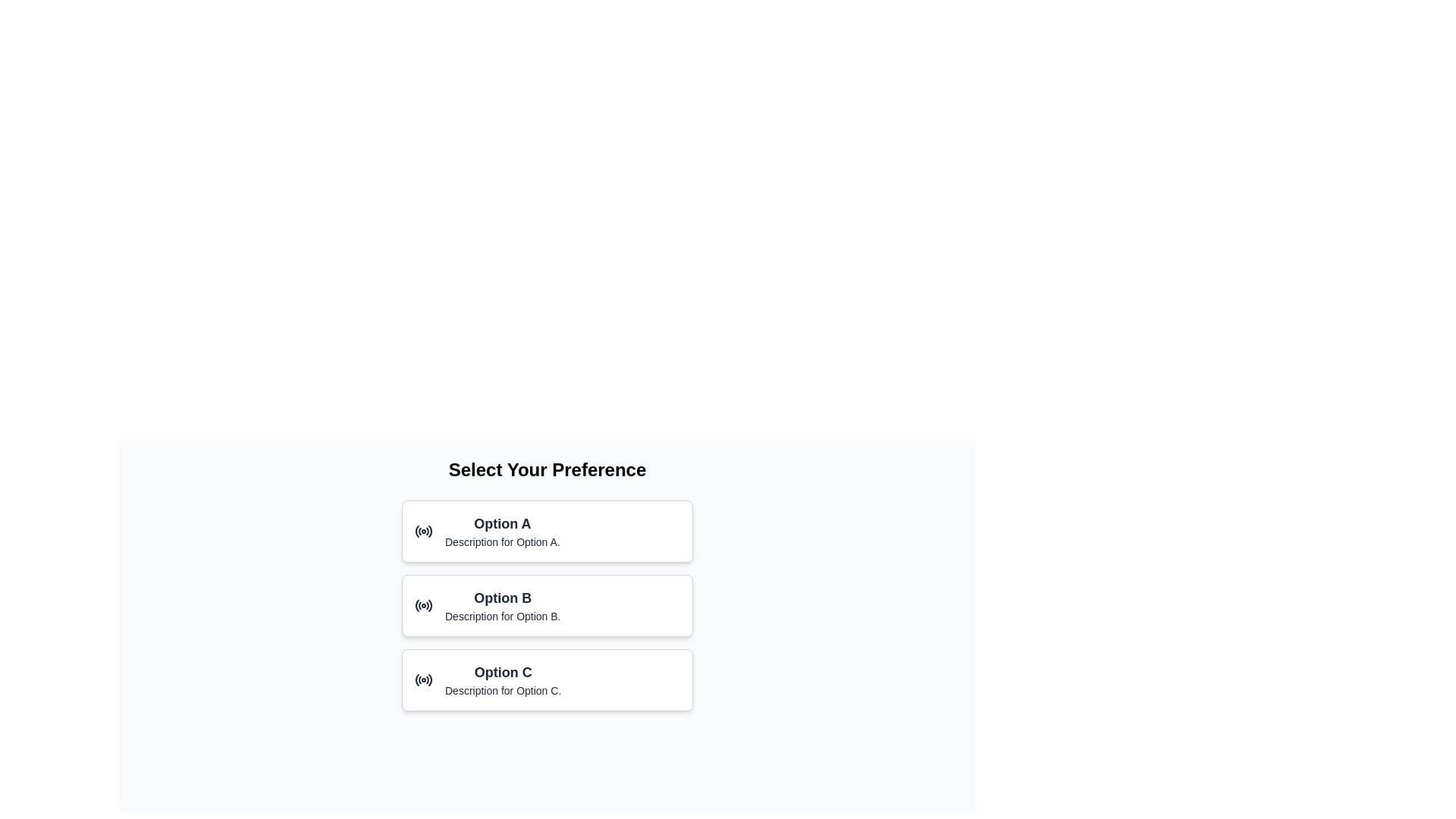 This screenshot has height=819, width=1456. What do you see at coordinates (503, 679) in the screenshot?
I see `text of the labeled text group that contains the heading 'Option C' and the descriptive text 'Description for Option C.'` at bounding box center [503, 679].